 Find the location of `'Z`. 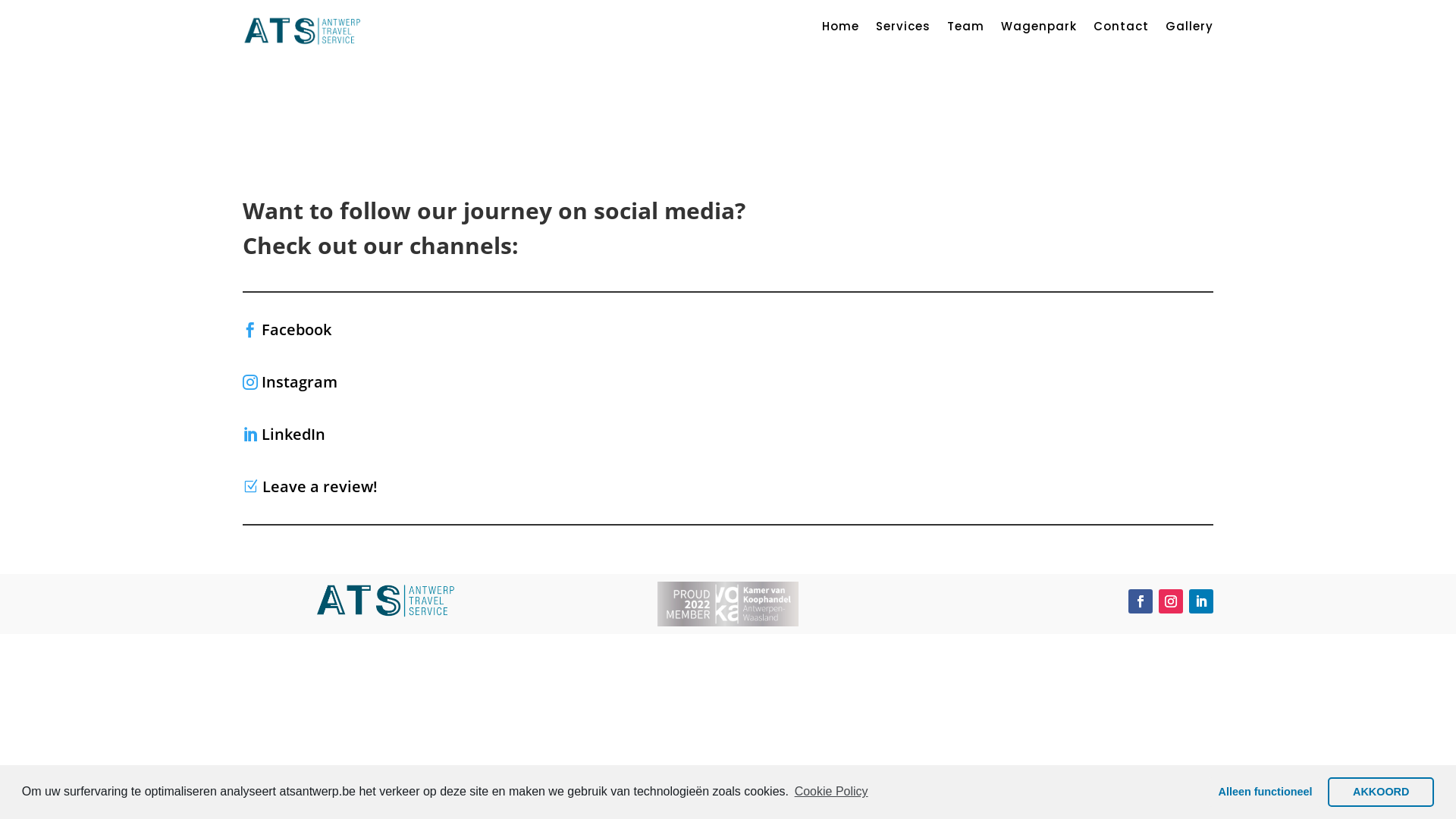

'Z is located at coordinates (309, 486).